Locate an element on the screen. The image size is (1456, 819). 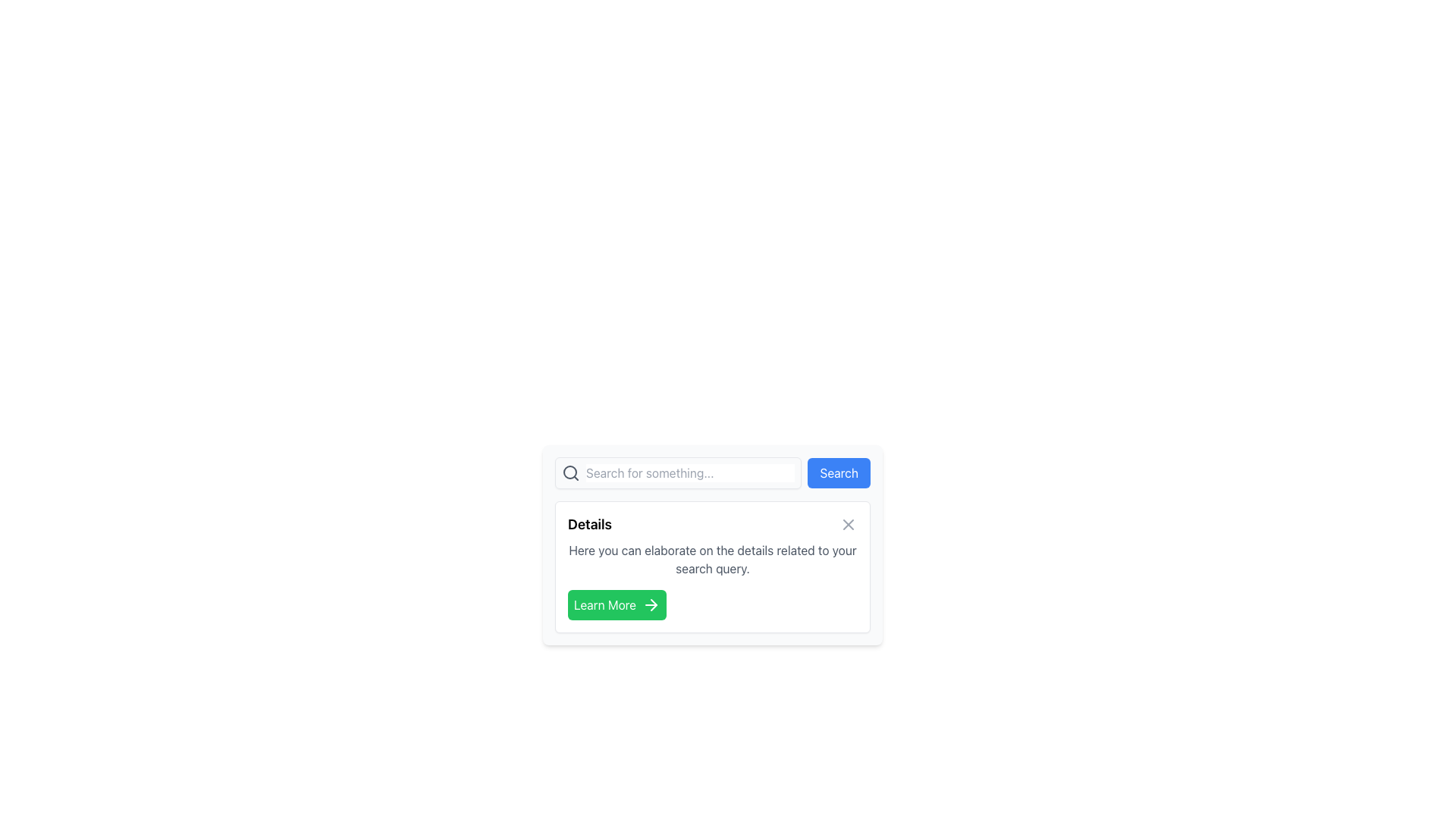
the small gray cross icon in the top-right corner of the 'Details' section on the card, which turns red when hovered is located at coordinates (847, 523).